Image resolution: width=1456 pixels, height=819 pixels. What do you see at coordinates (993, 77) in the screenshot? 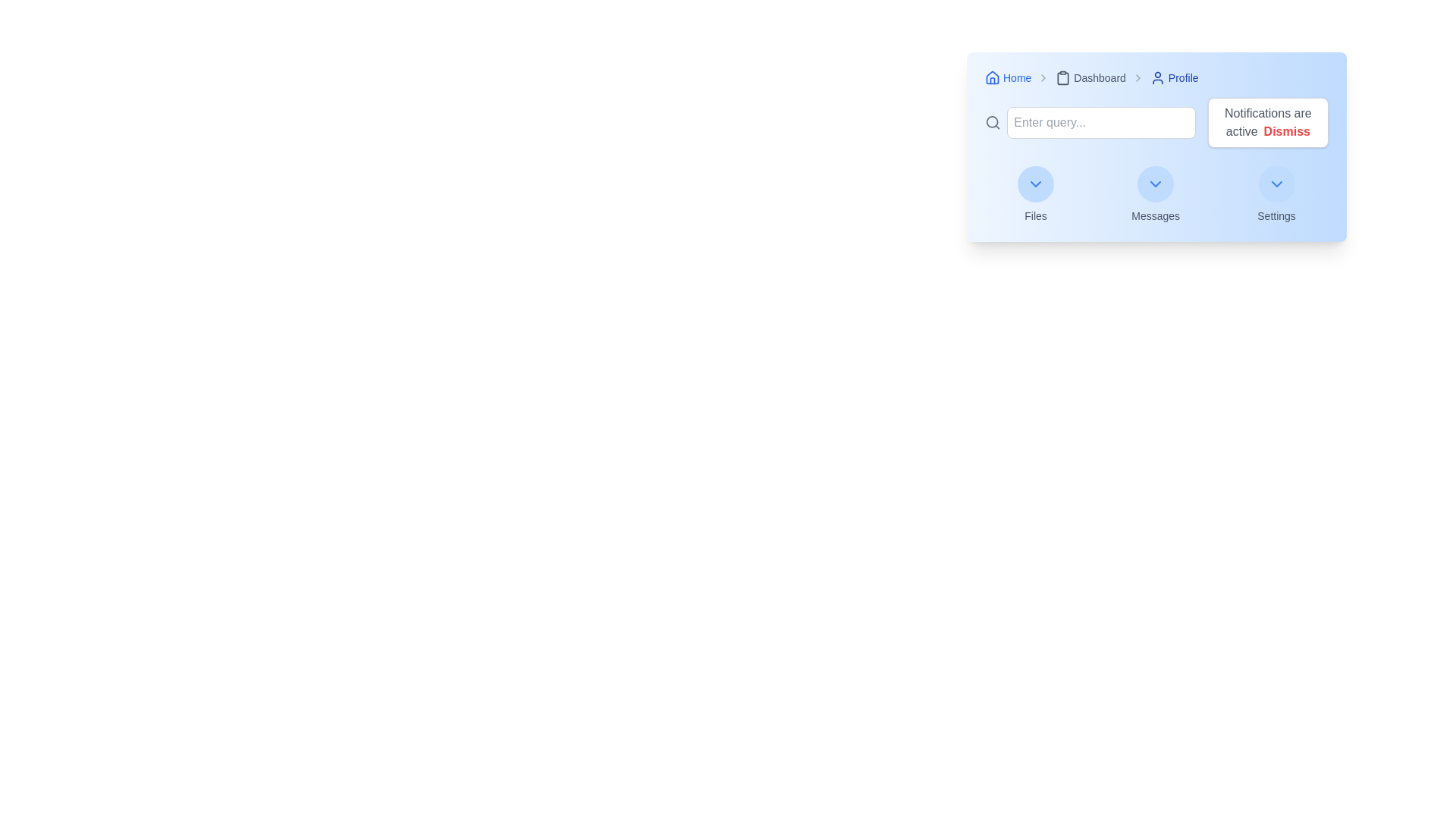
I see `the house icon located at the top-left region of the interface, next to the 'Home' navigation label` at bounding box center [993, 77].